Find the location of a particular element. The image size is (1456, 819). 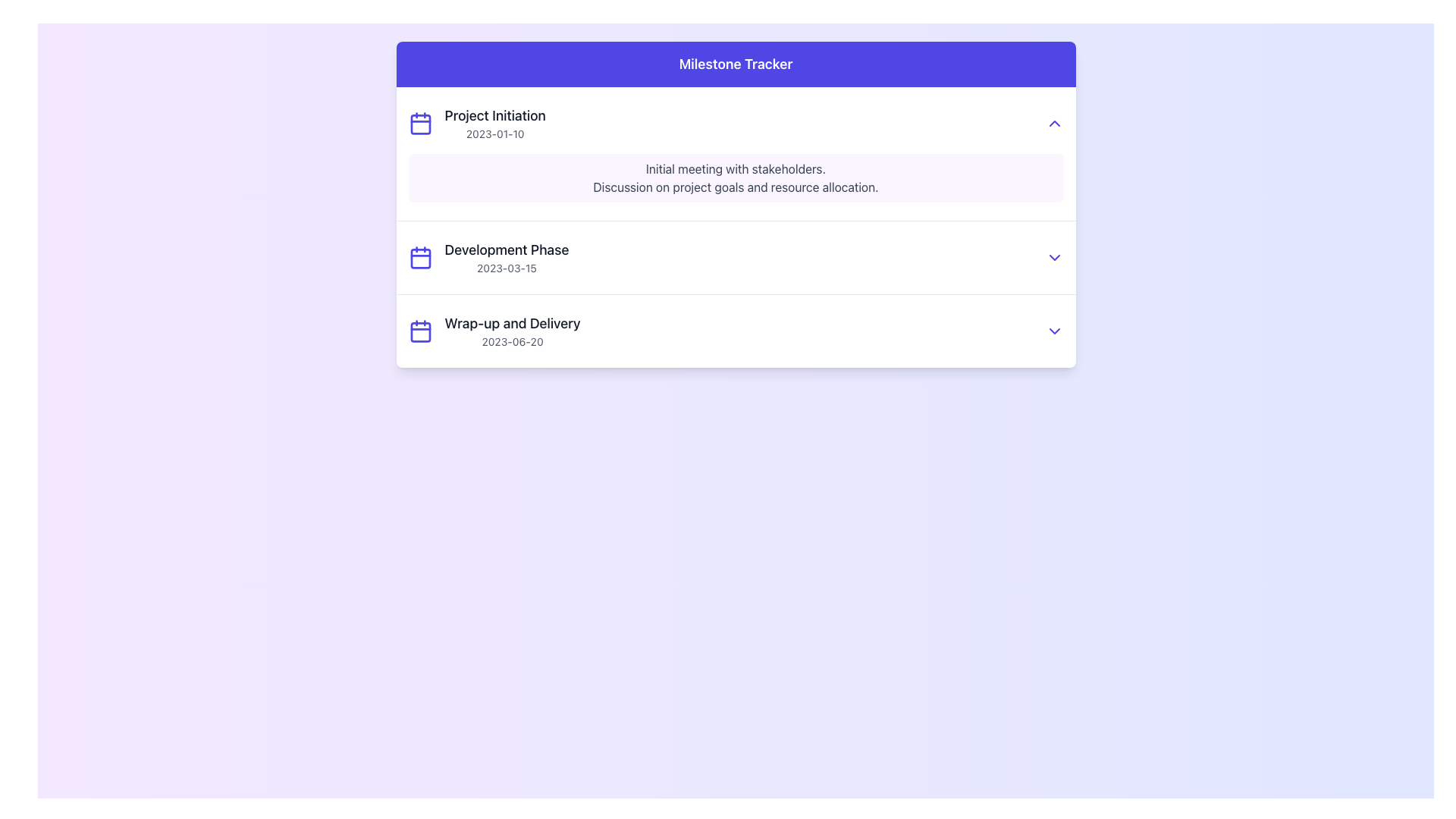

the Text Label that reads 'Discussion on project goals and resource allocation.', which is positioned below 'Initial meeting with stakeholders.' in the 'Project Initiation' block of the milestone tracker is located at coordinates (736, 186).